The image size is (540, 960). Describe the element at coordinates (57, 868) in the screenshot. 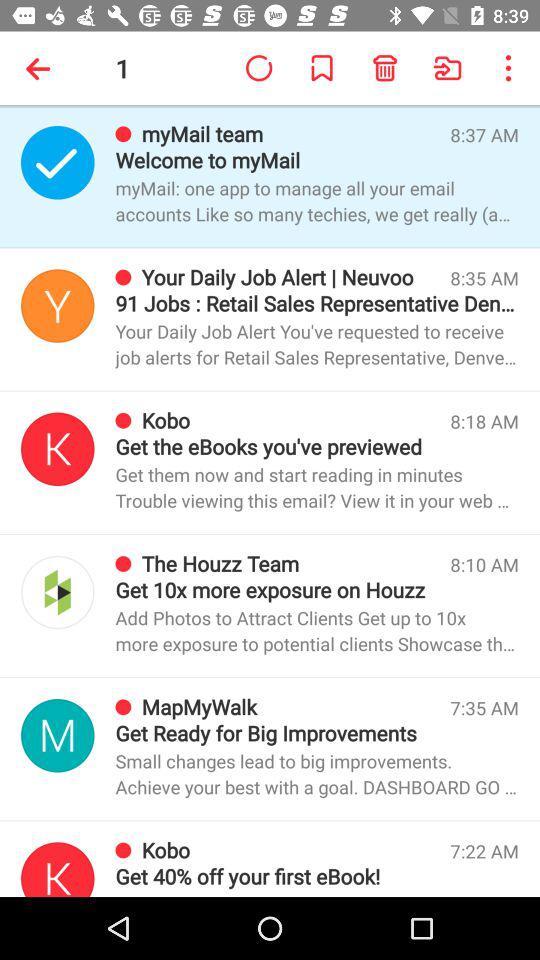

I see `profile information` at that location.